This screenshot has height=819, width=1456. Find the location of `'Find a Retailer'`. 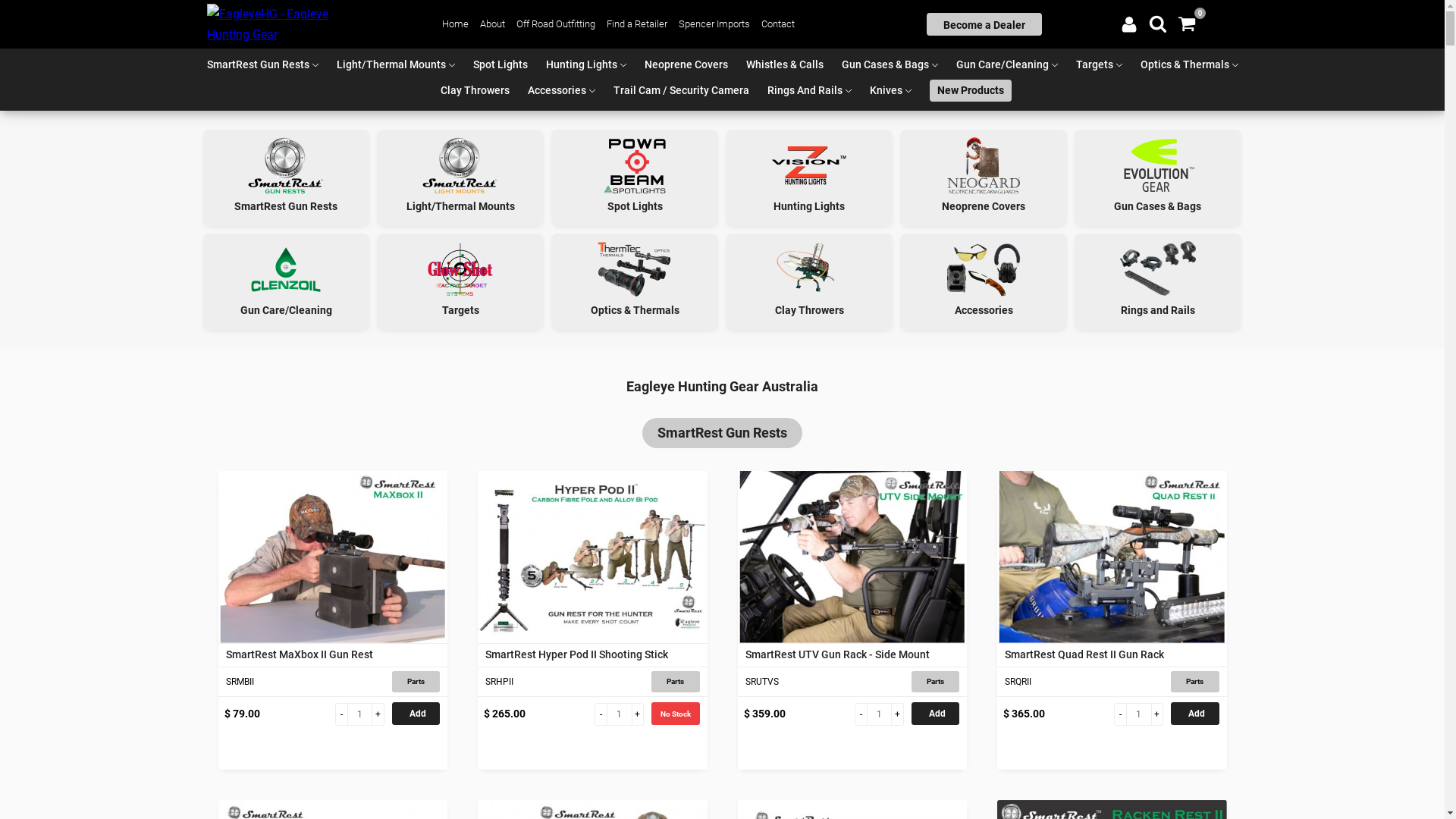

'Find a Retailer' is located at coordinates (637, 24).